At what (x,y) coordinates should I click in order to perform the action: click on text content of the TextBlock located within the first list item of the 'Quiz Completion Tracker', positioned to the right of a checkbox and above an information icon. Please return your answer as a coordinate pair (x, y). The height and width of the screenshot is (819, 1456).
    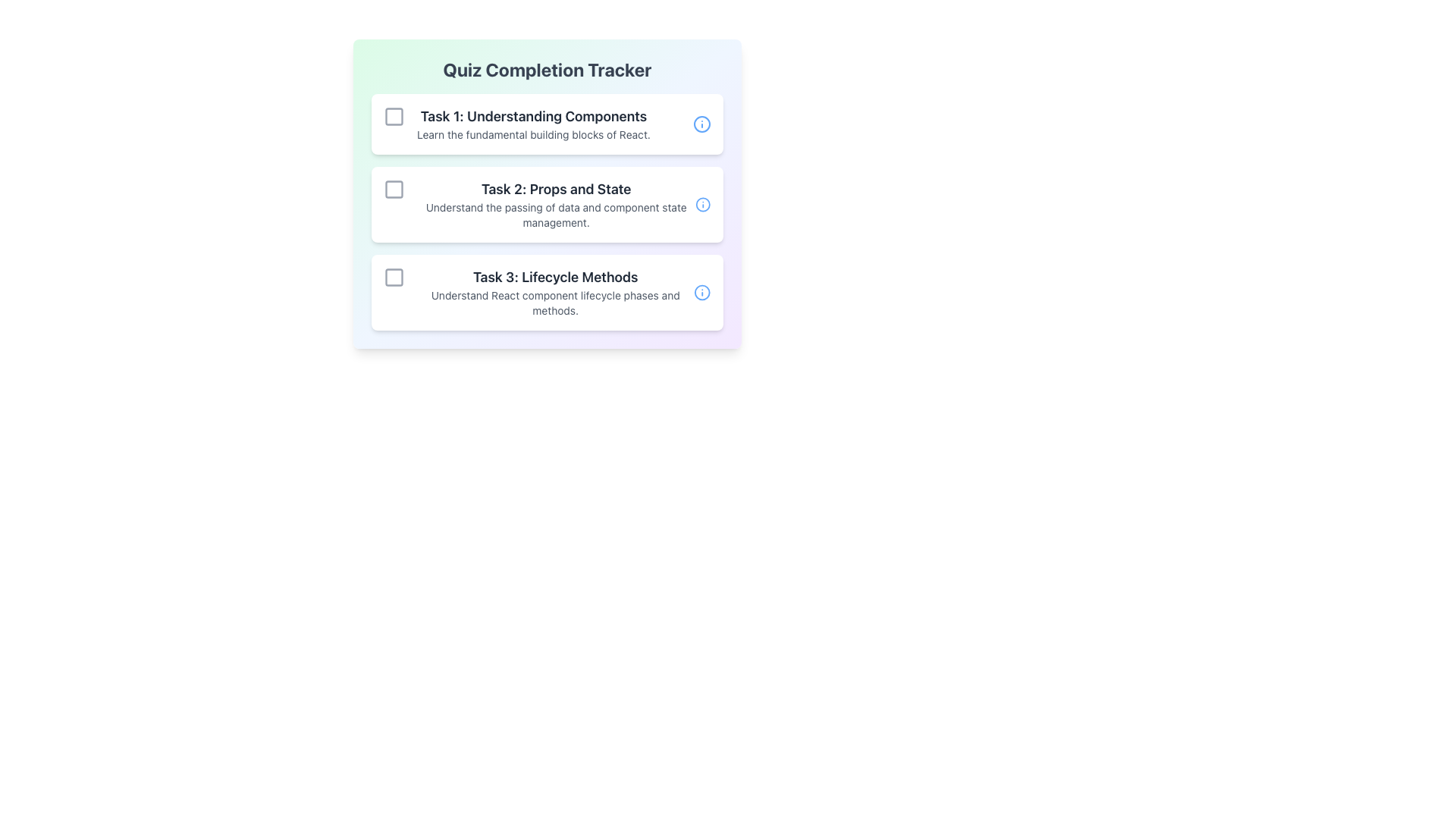
    Looking at the image, I should click on (533, 124).